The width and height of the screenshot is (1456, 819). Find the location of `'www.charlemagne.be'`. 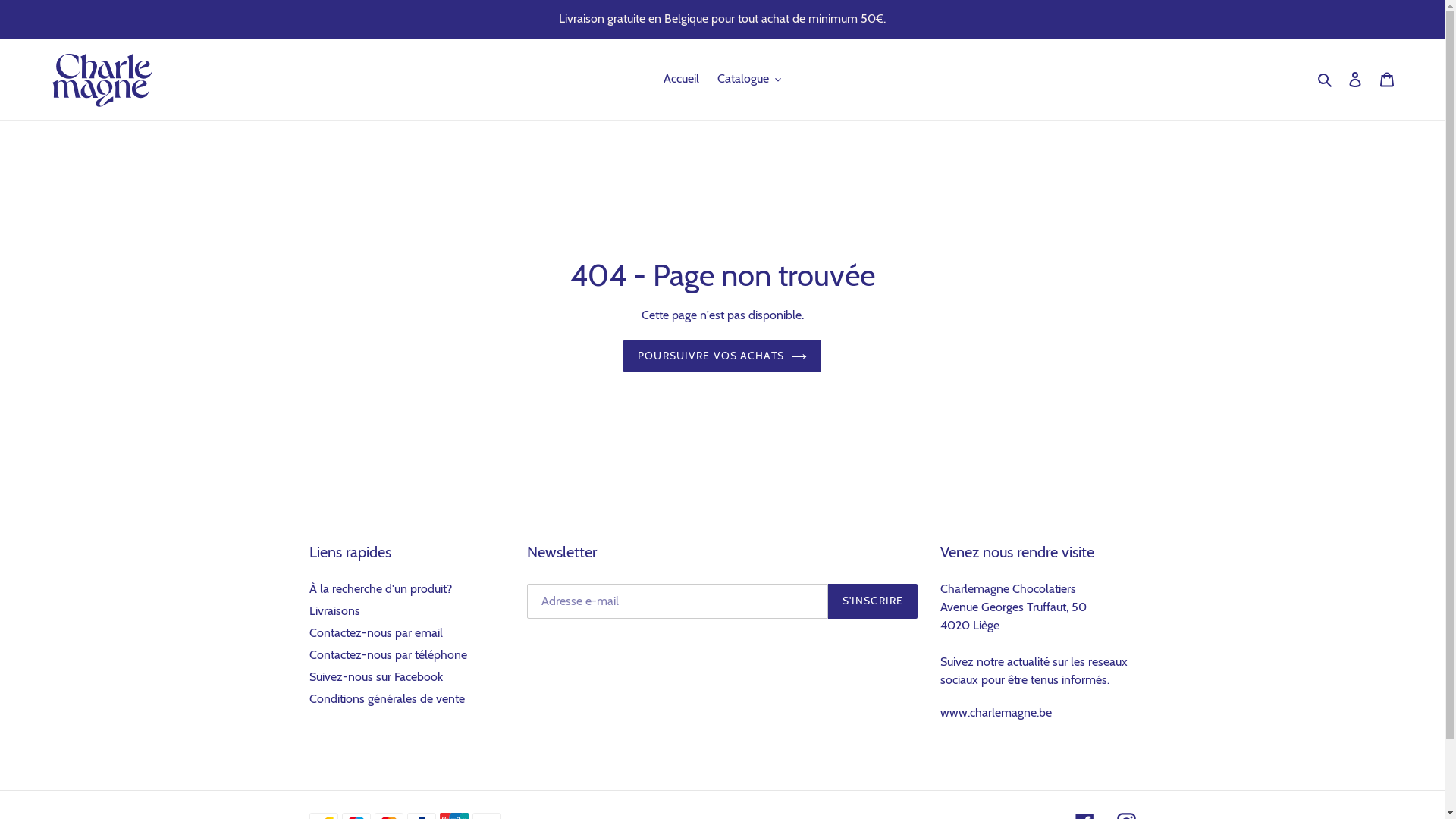

'www.charlemagne.be' is located at coordinates (939, 713).